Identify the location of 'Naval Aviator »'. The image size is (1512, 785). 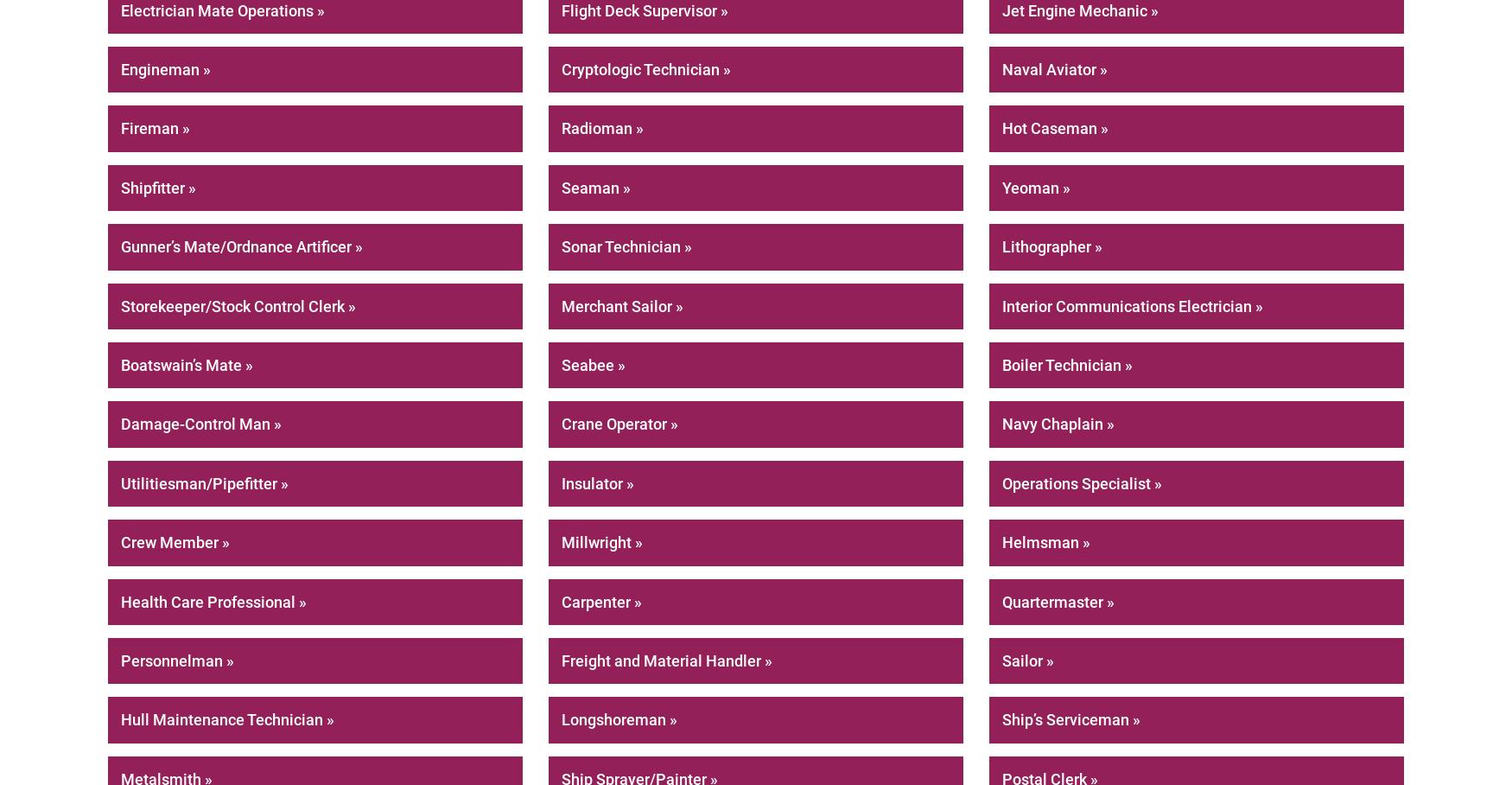
(1054, 68).